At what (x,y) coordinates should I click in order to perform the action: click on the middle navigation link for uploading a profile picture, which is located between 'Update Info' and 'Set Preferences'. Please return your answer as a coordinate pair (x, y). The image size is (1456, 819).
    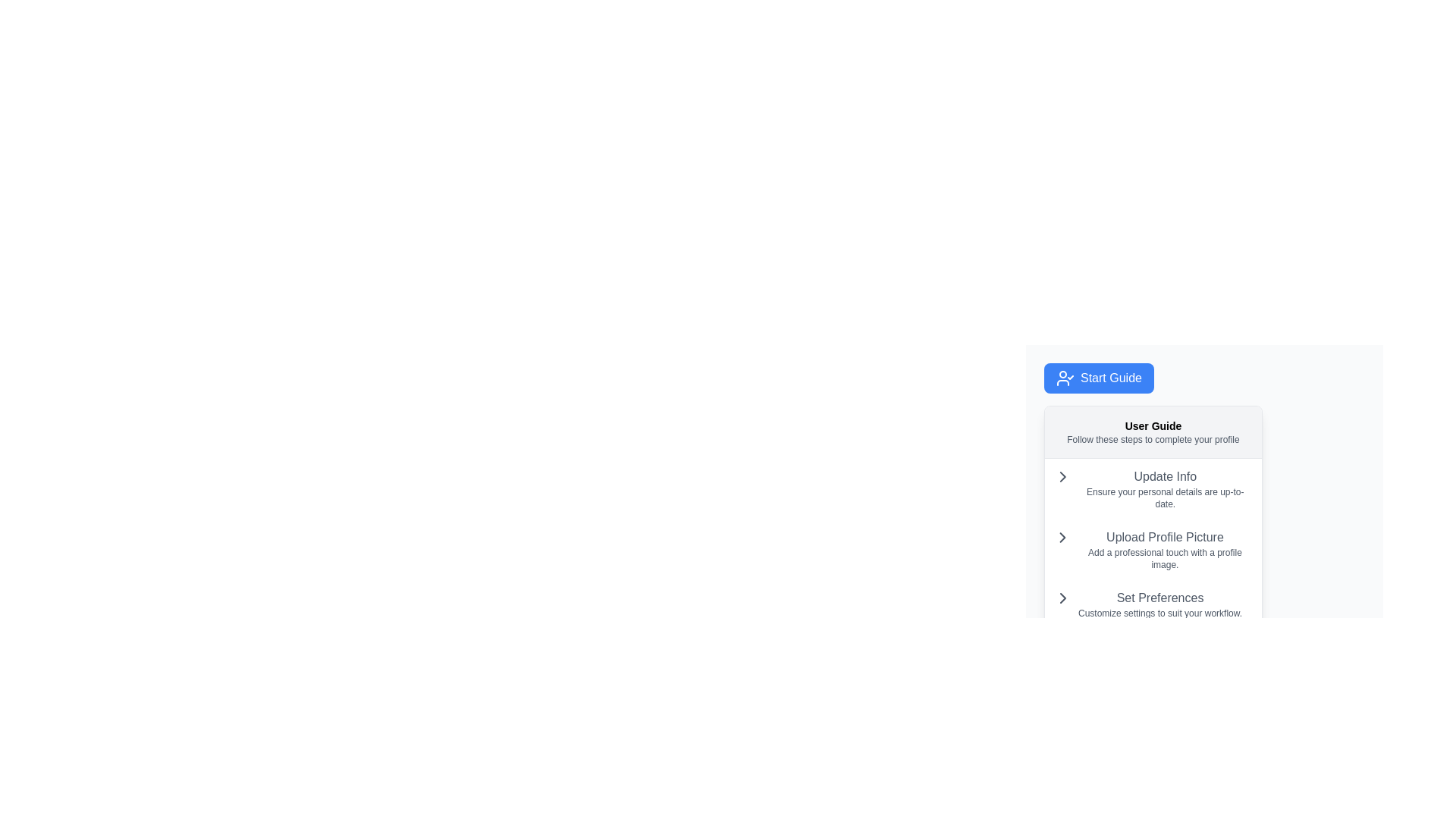
    Looking at the image, I should click on (1153, 550).